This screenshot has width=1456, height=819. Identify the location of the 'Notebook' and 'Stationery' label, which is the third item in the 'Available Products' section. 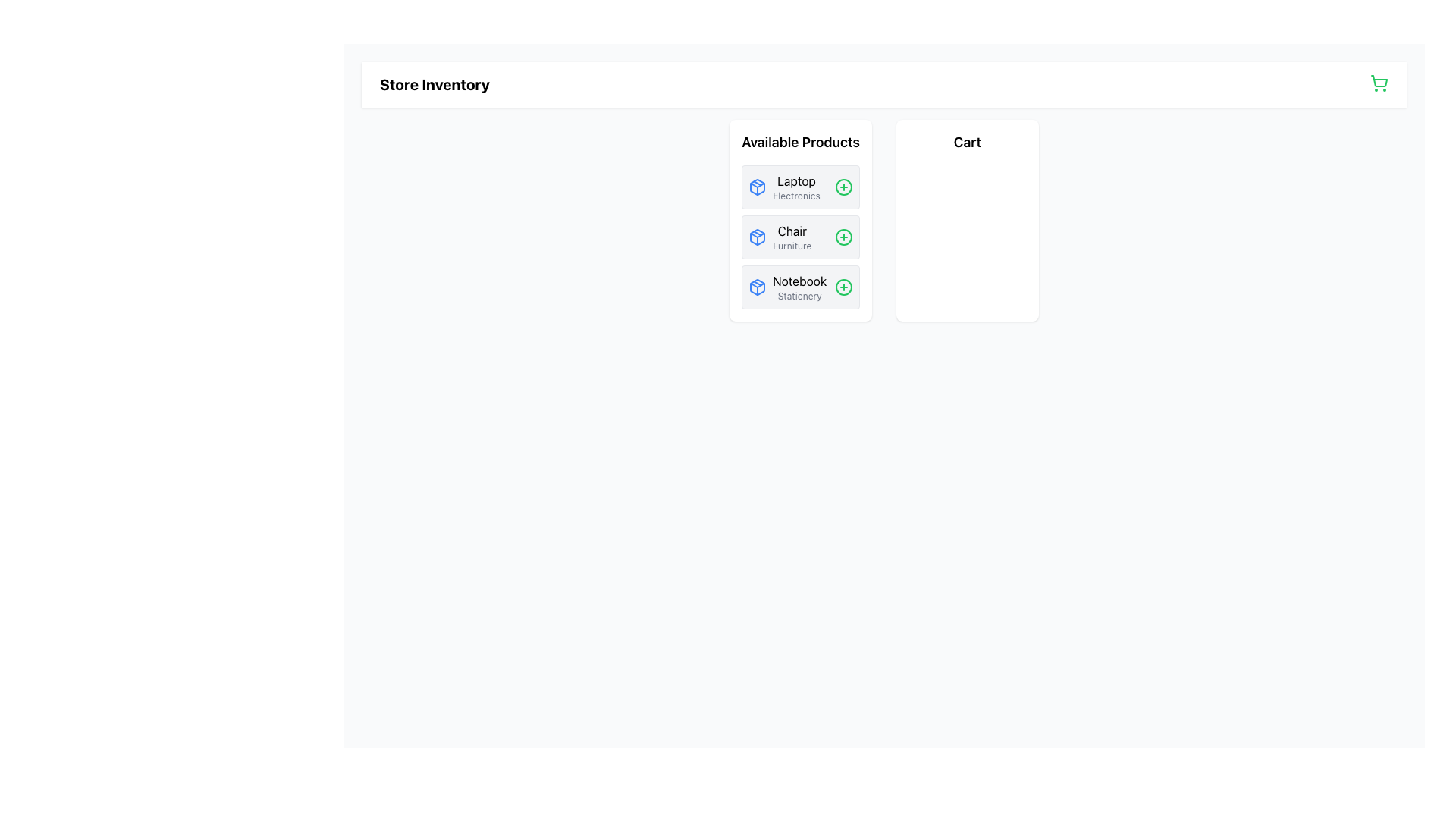
(799, 287).